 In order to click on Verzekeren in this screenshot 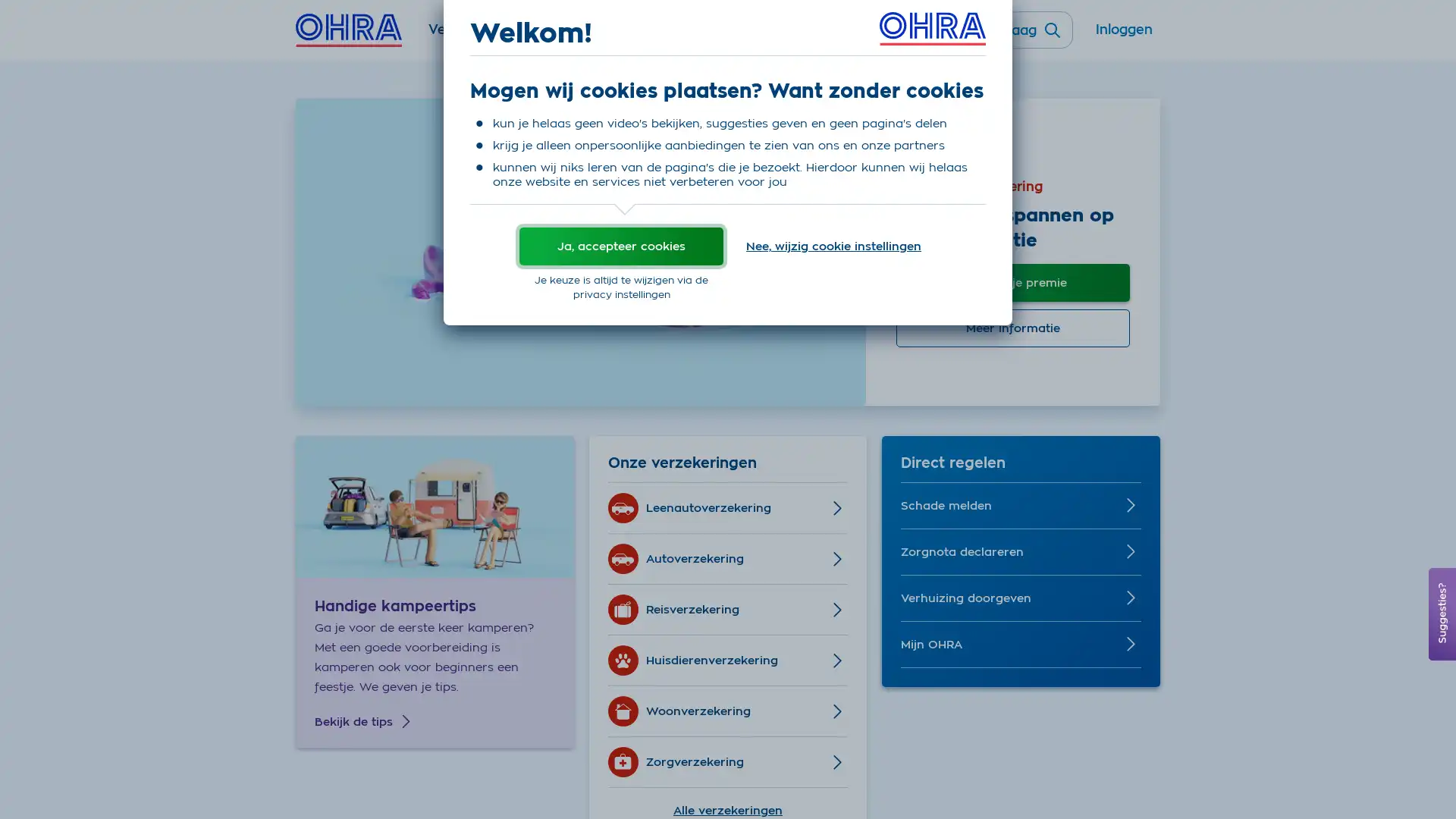, I will do `click(465, 36)`.